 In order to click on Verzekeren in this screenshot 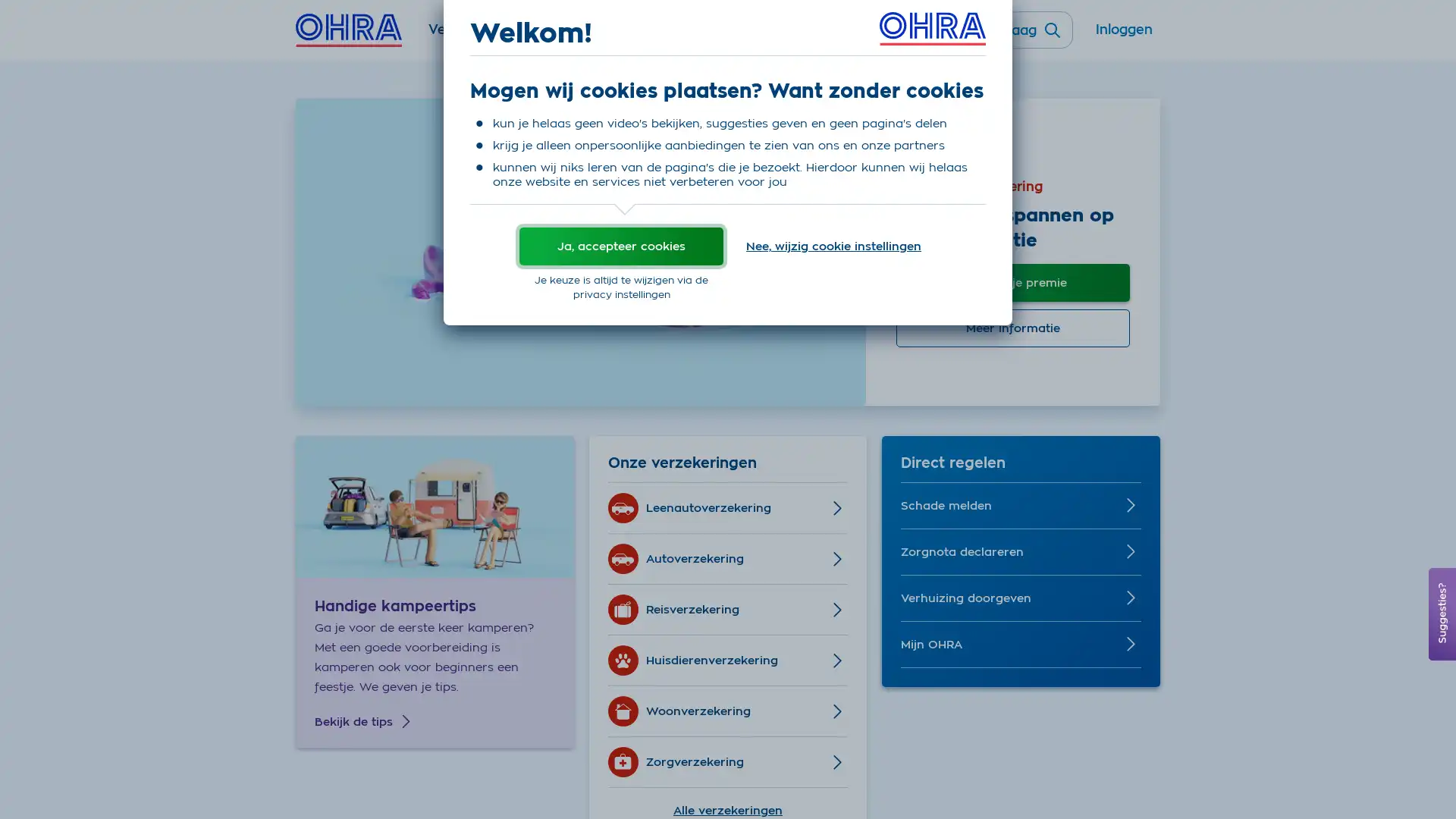, I will do `click(465, 36)`.